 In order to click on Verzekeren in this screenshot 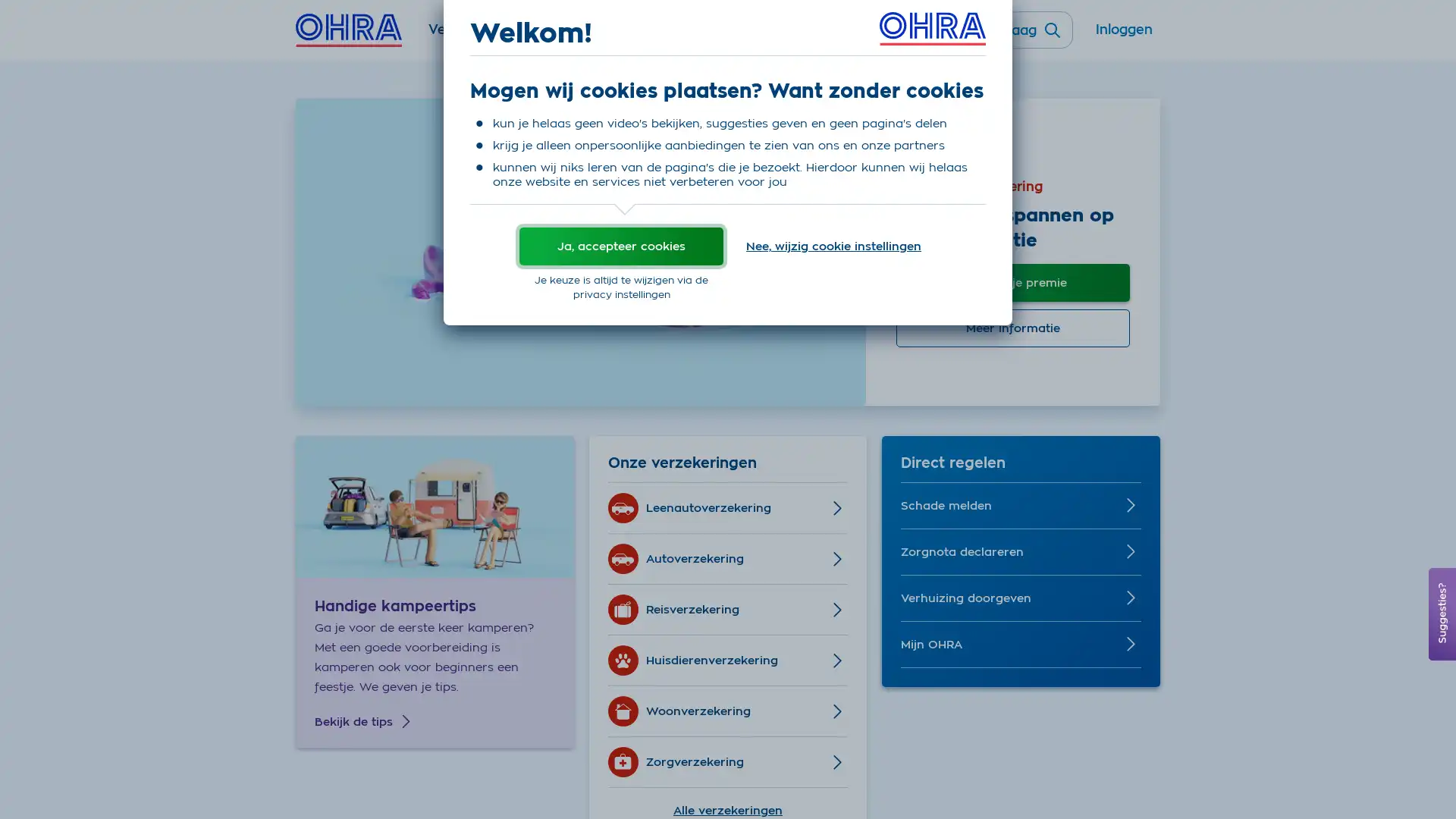, I will do `click(465, 36)`.